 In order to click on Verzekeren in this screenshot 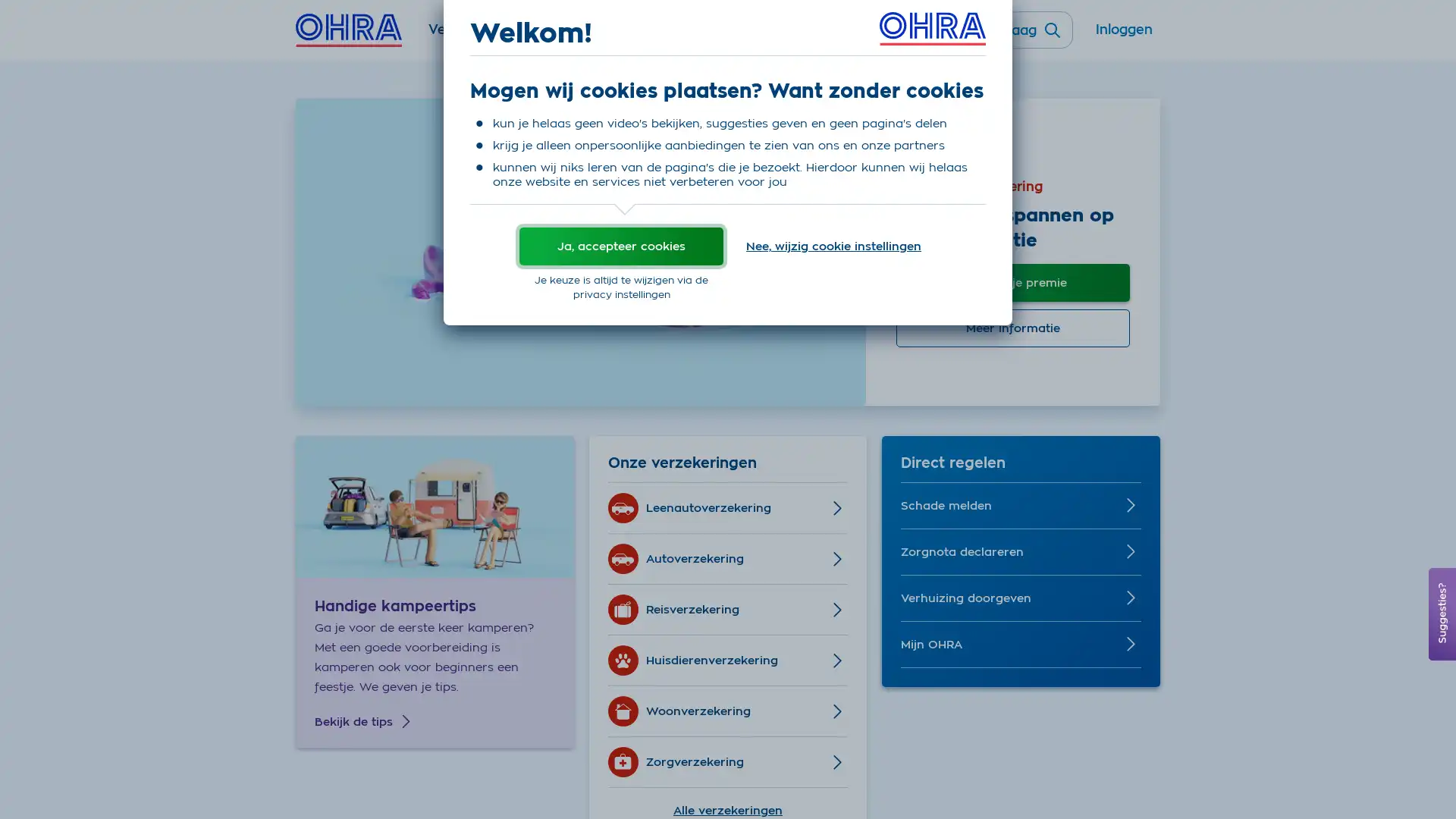, I will do `click(465, 36)`.